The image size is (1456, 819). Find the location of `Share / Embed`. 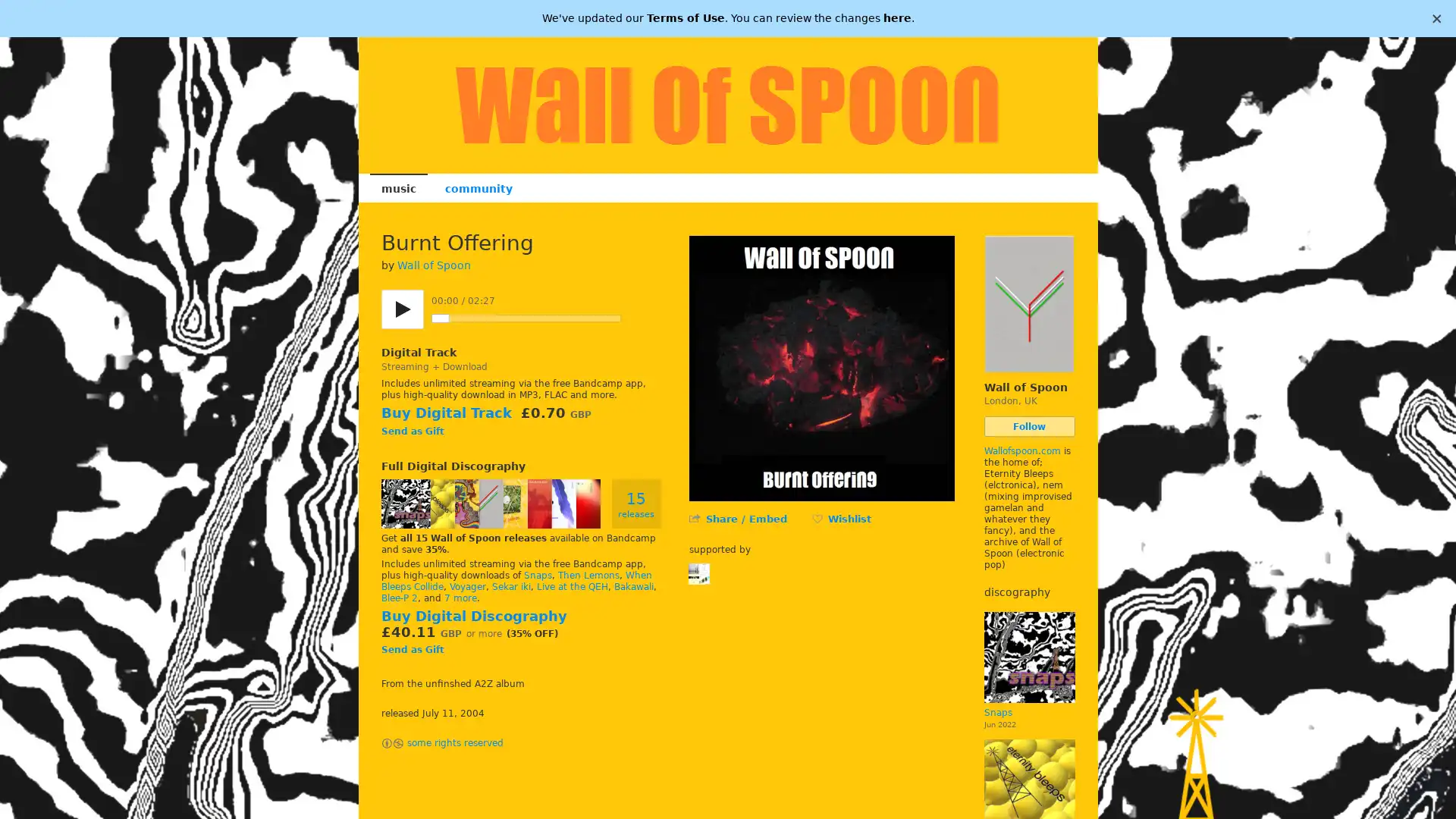

Share / Embed is located at coordinates (745, 518).